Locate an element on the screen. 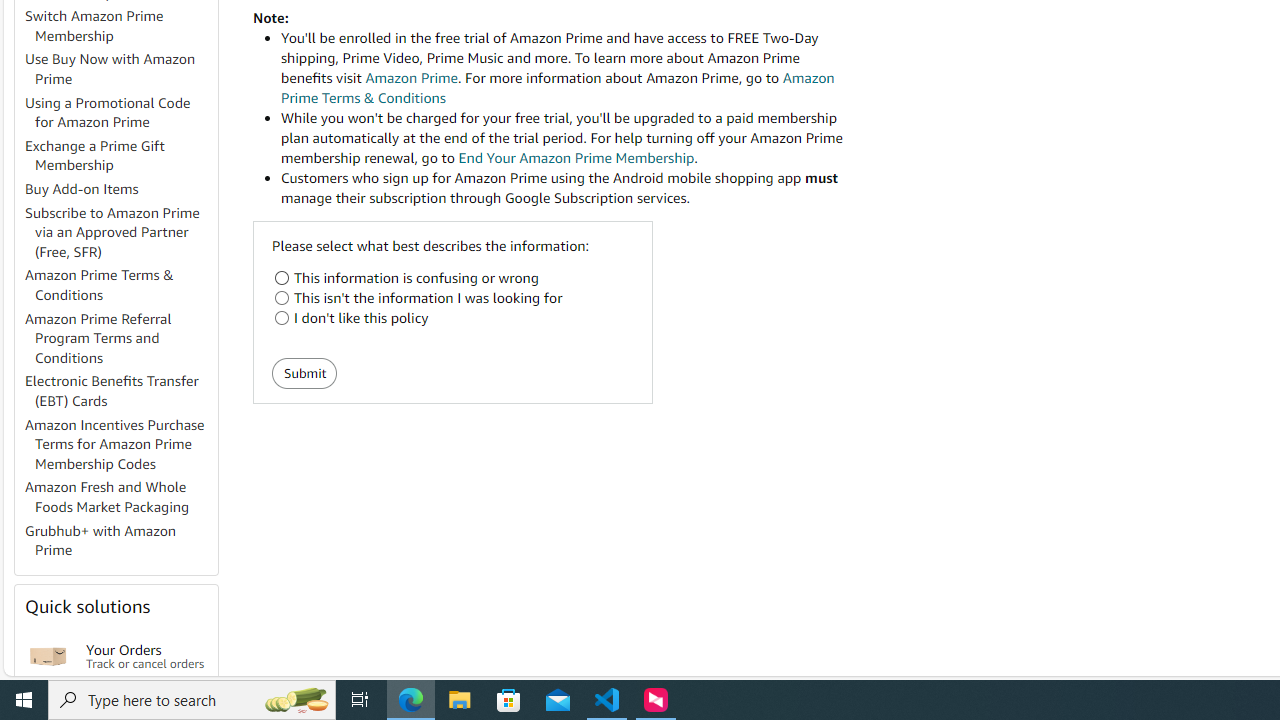 Image resolution: width=1280 pixels, height=720 pixels. 'Amazon Prime Referral Program Terms and Conditions' is located at coordinates (119, 337).